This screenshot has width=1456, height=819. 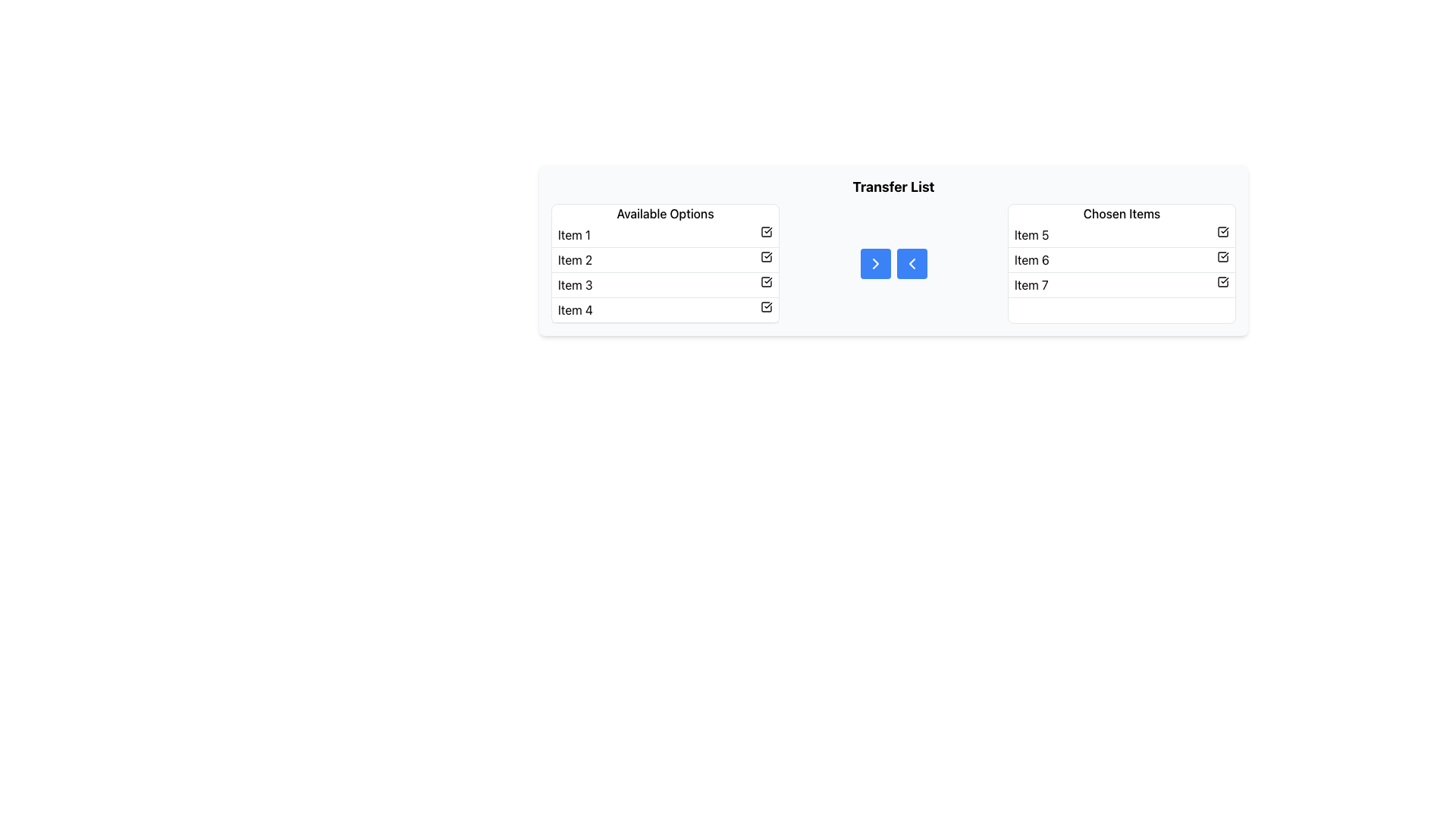 I want to click on the checkbox icon with a checkmark inside, located on the right side of the entry labeled 'Item 7' in the 'Chosen Items' list, so click(x=1222, y=281).